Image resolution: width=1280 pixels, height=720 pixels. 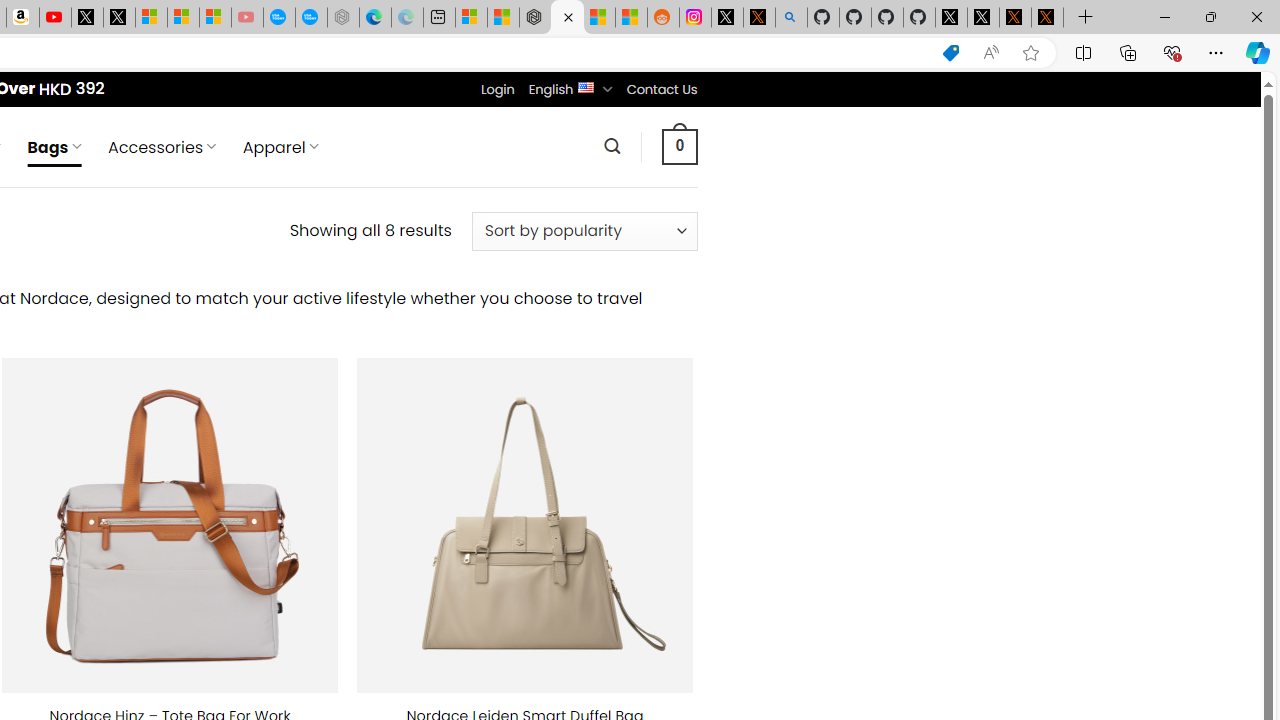 What do you see at coordinates (343, 17) in the screenshot?
I see `'Nordace - Nordace has arrived Hong Kong - Sleeping'` at bounding box center [343, 17].